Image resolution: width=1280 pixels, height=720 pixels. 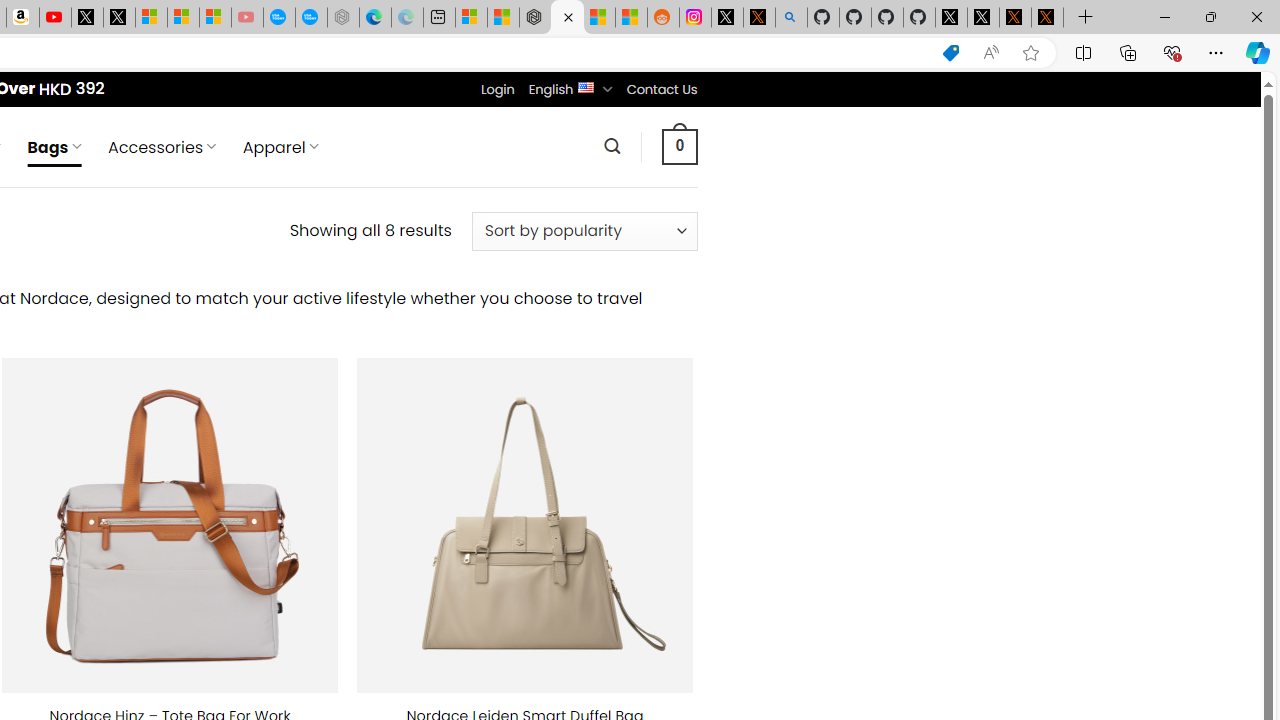 What do you see at coordinates (343, 17) in the screenshot?
I see `'Nordace - Nordace has arrived Hong Kong - Sleeping'` at bounding box center [343, 17].